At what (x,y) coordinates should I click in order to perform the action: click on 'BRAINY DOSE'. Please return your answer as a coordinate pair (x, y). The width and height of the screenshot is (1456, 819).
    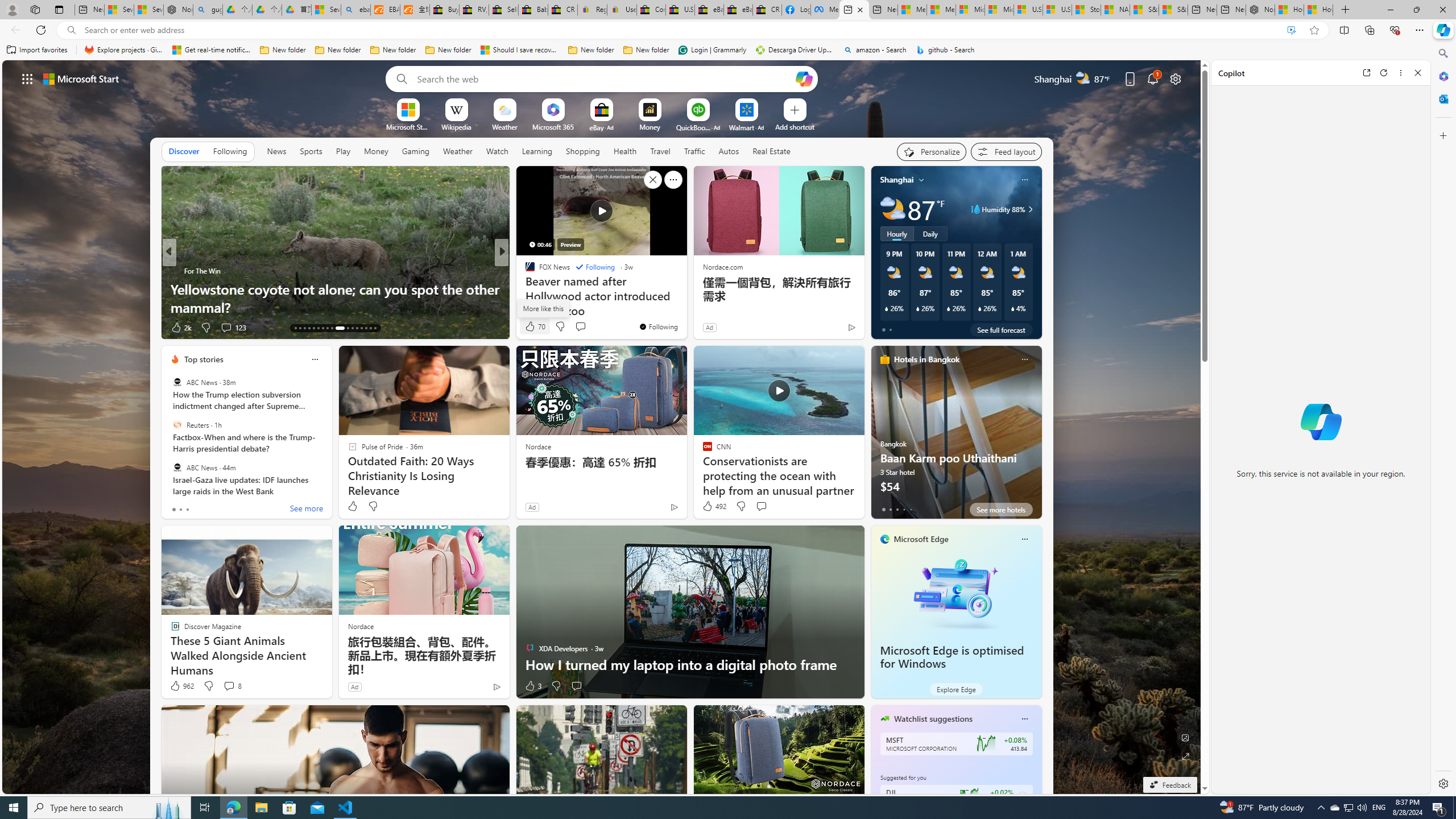
    Looking at the image, I should click on (524, 270).